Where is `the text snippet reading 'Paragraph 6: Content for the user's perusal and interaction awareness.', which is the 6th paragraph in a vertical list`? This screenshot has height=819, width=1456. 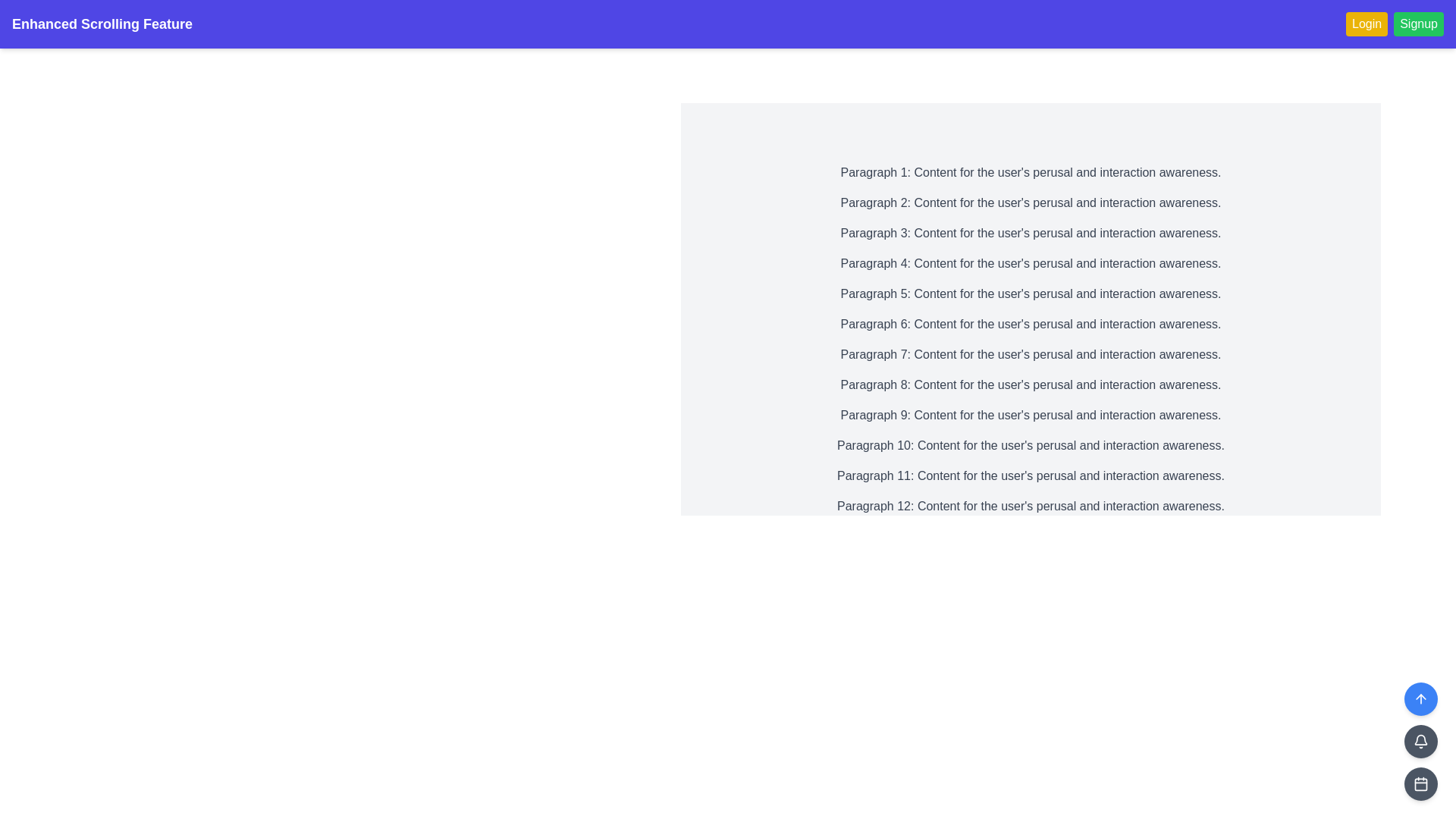 the text snippet reading 'Paragraph 6: Content for the user's perusal and interaction awareness.', which is the 6th paragraph in a vertical list is located at coordinates (1031, 324).